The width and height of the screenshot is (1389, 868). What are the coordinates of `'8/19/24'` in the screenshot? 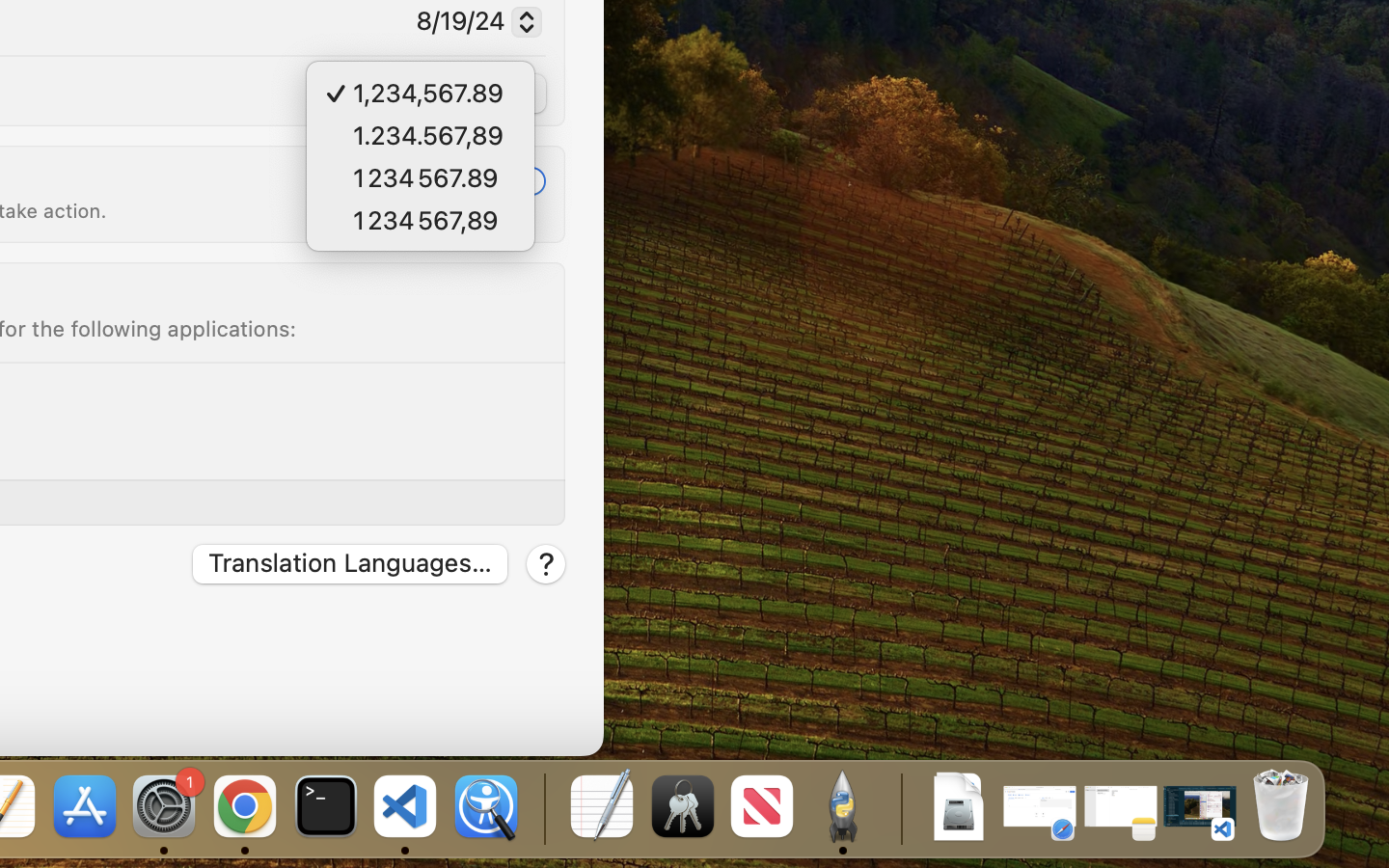 It's located at (470, 23).